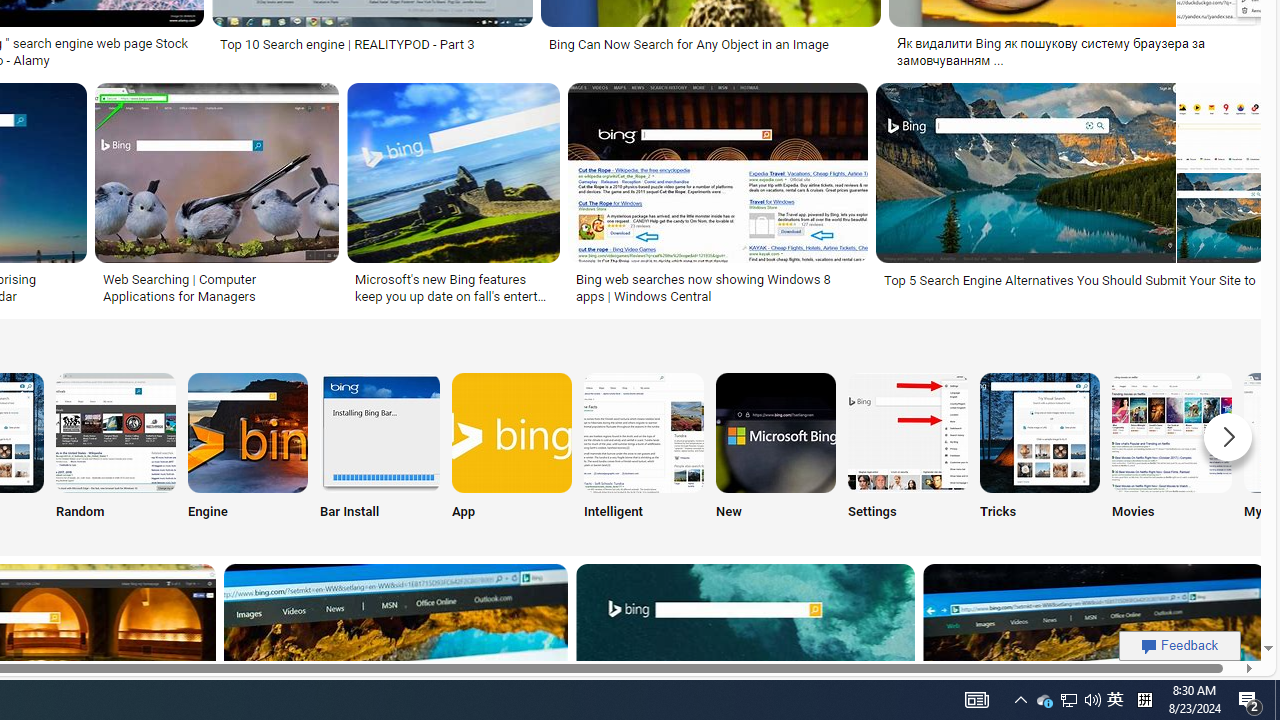  I want to click on 'Random', so click(115, 450).